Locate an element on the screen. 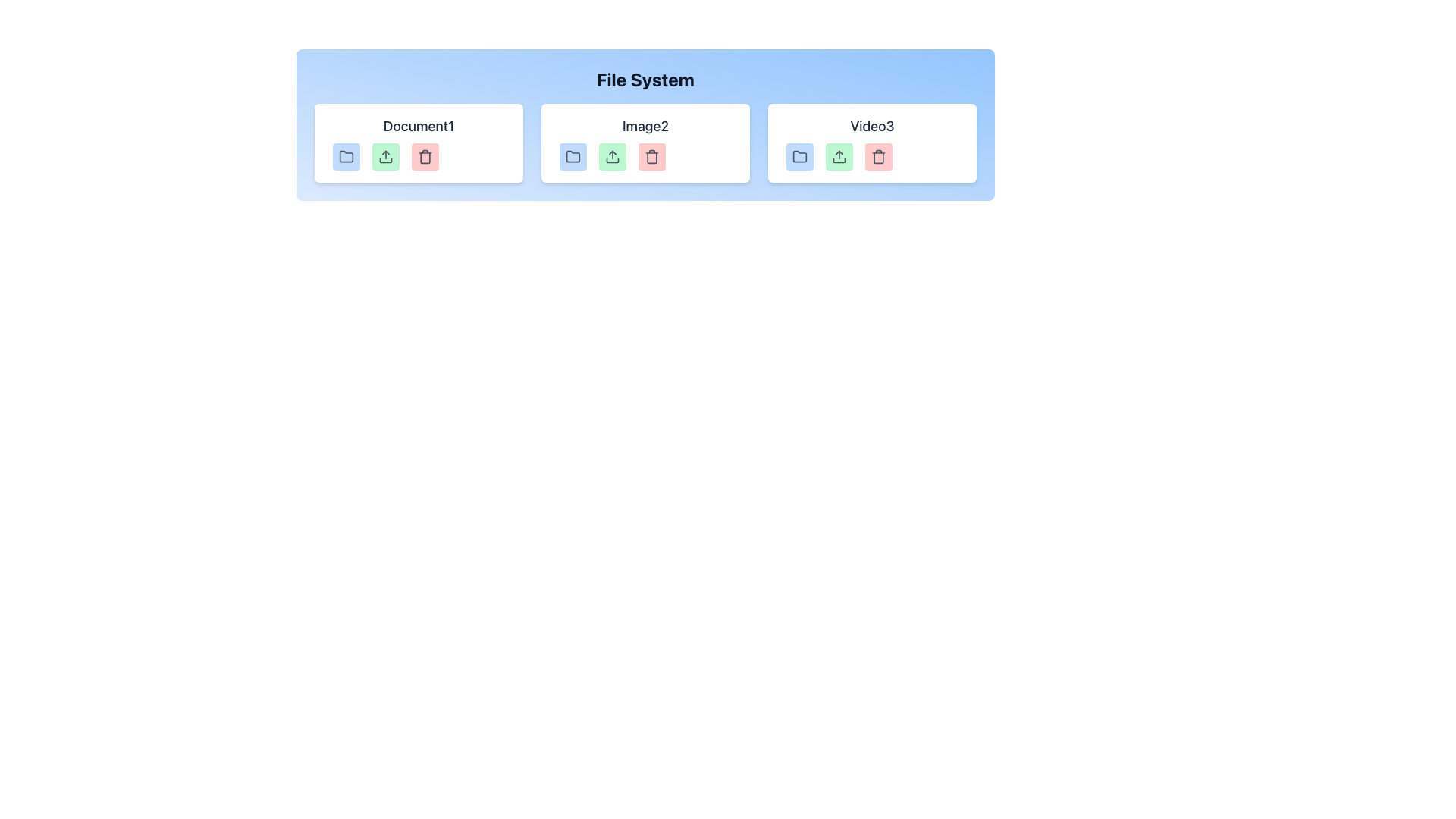 The image size is (1456, 819). the small, gray-colored folder icon with rounded corners located below the text 'Document1' is located at coordinates (345, 157).